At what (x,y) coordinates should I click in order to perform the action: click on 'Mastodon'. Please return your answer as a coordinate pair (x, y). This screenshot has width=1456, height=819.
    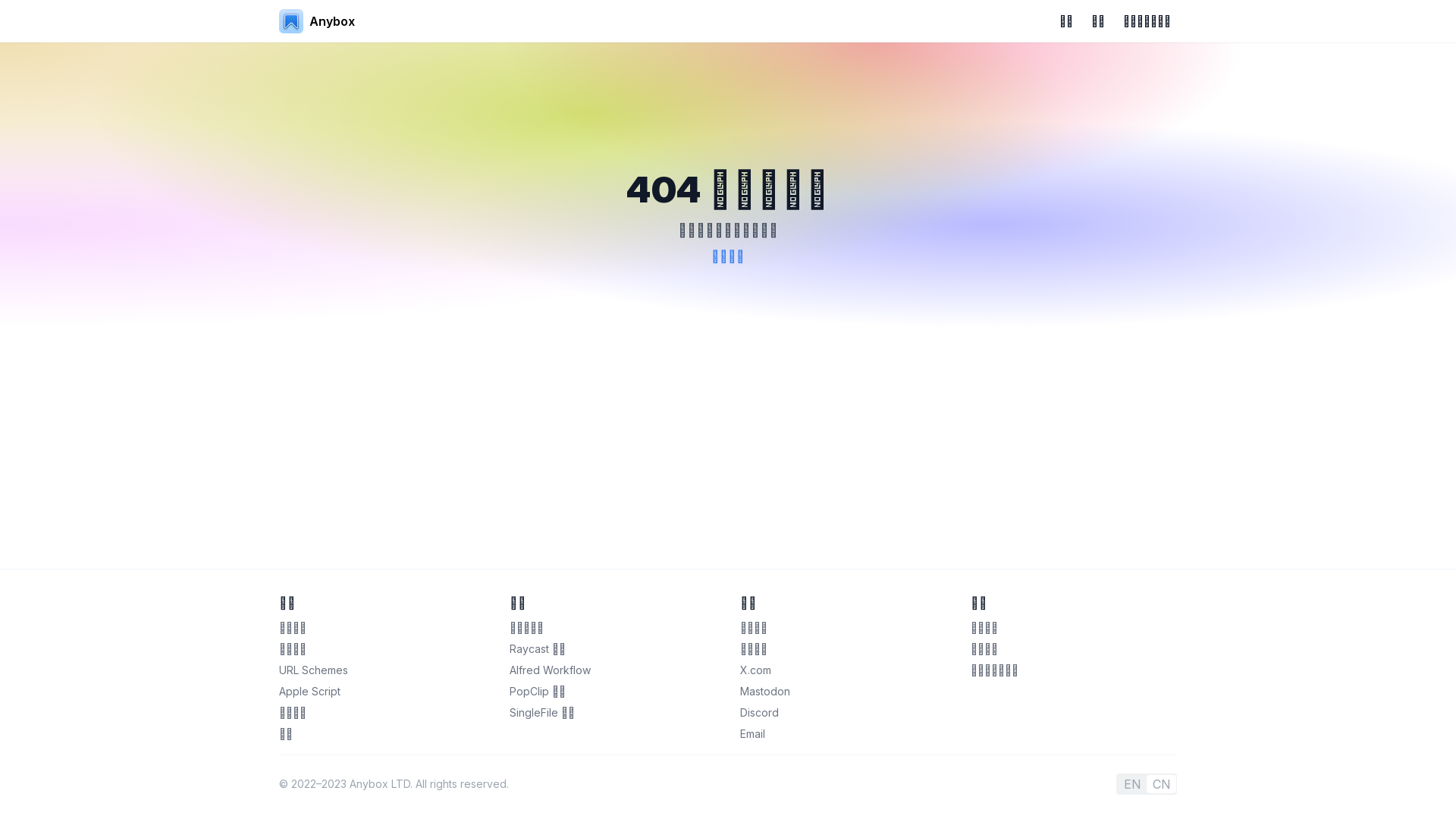
    Looking at the image, I should click on (764, 691).